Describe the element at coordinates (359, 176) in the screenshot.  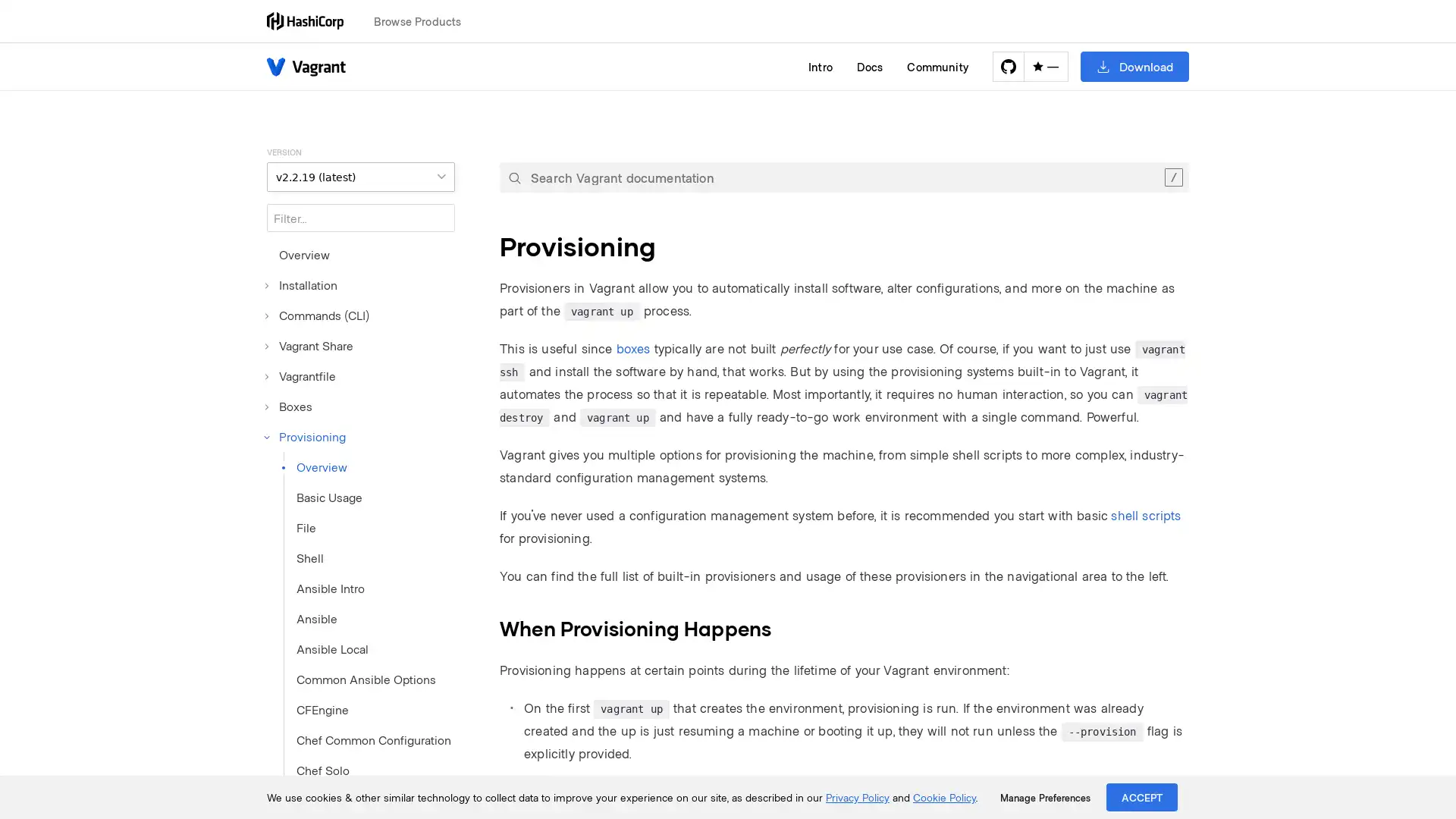
I see `VERSION` at that location.